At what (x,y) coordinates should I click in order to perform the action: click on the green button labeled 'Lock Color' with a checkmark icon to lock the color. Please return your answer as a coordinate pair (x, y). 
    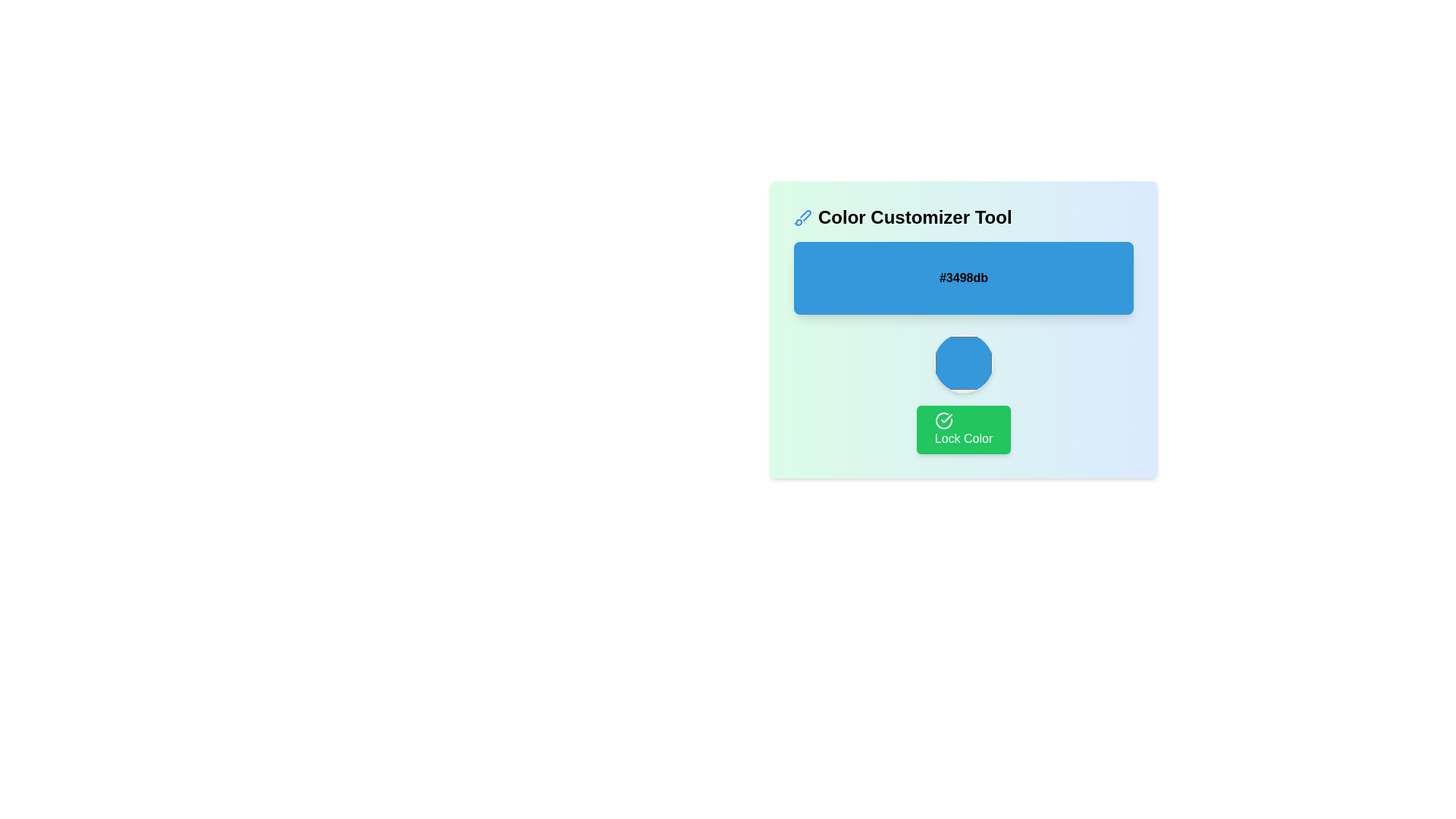
    Looking at the image, I should click on (963, 430).